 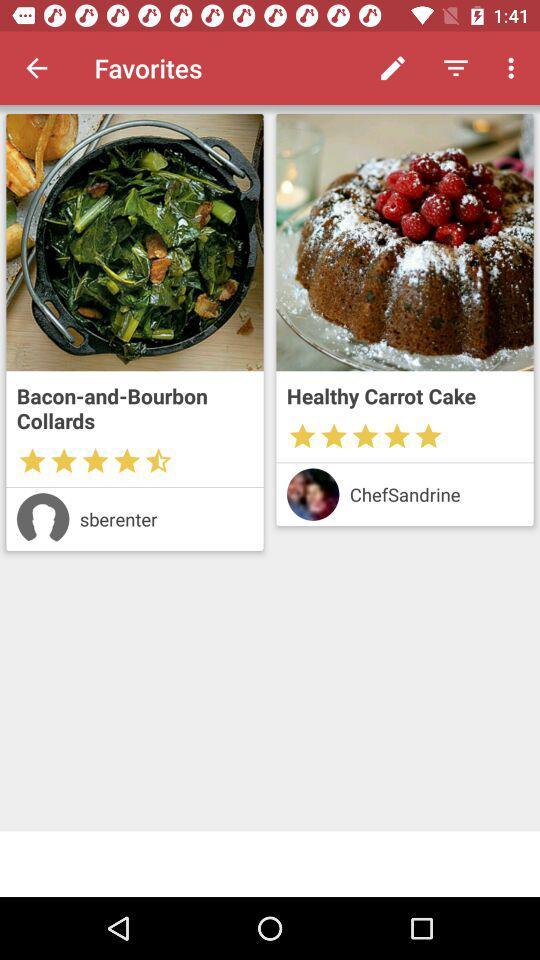 I want to click on profile, so click(x=43, y=518).